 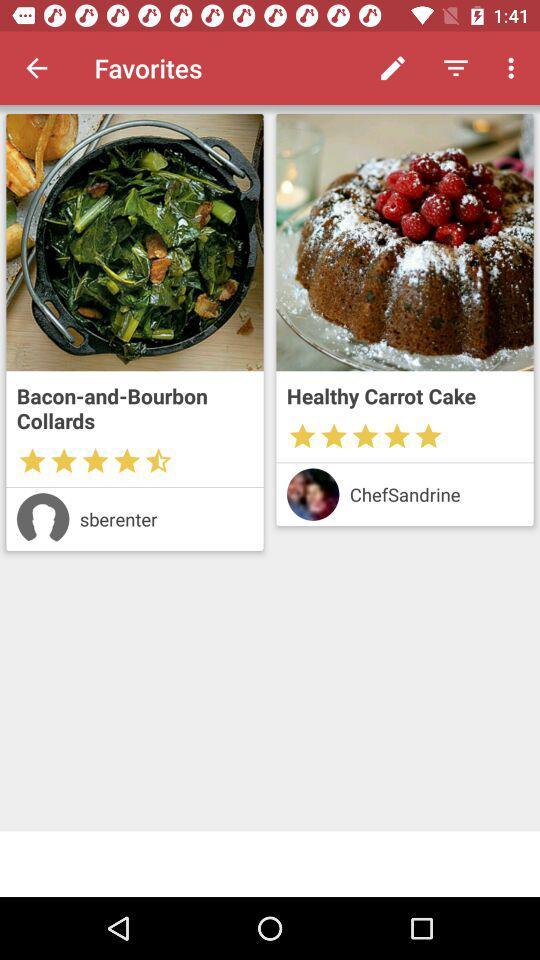 I want to click on profile, so click(x=43, y=518).